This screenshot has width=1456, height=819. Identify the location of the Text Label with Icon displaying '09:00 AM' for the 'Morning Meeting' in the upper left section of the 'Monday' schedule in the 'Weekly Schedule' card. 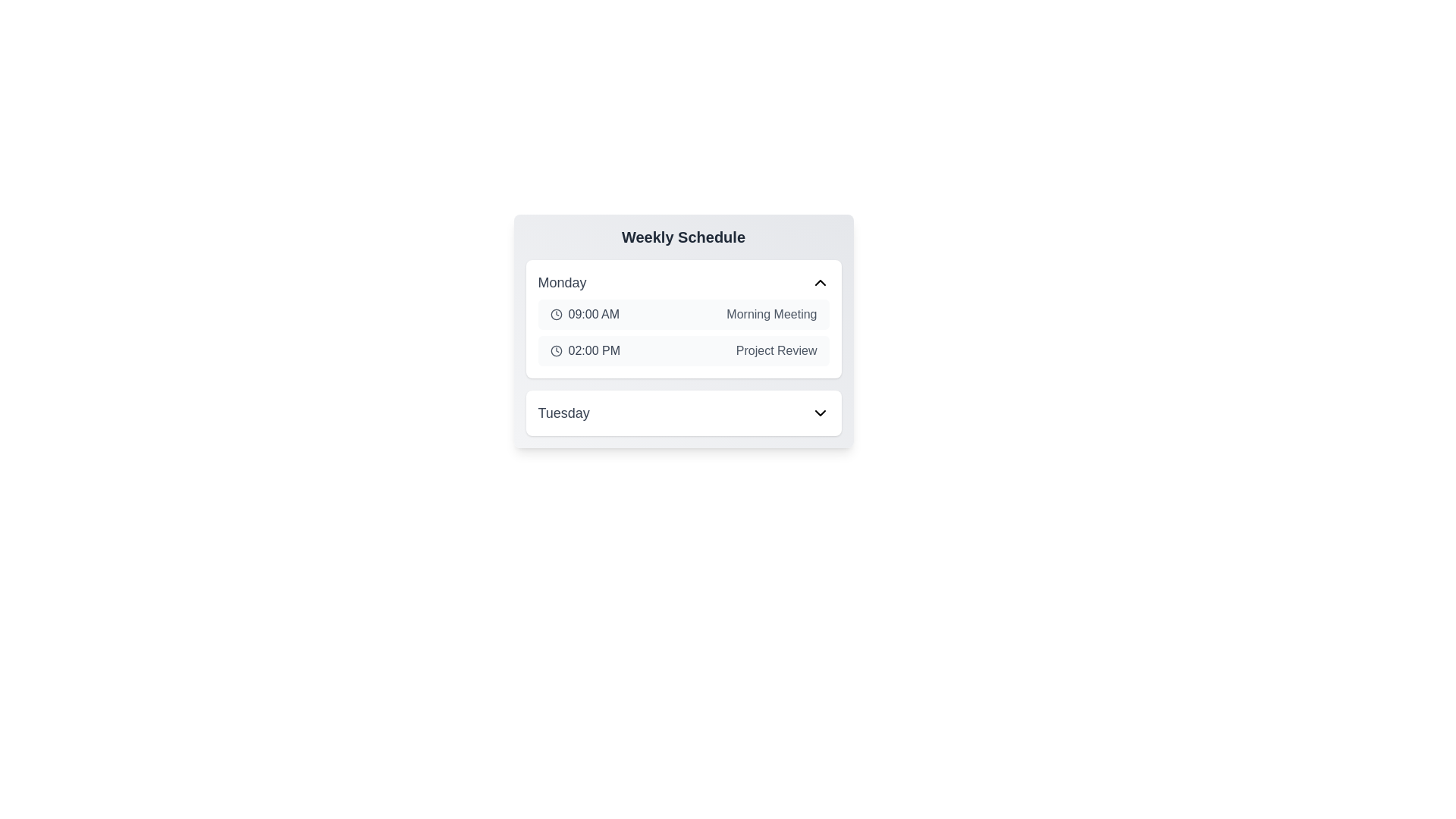
(584, 314).